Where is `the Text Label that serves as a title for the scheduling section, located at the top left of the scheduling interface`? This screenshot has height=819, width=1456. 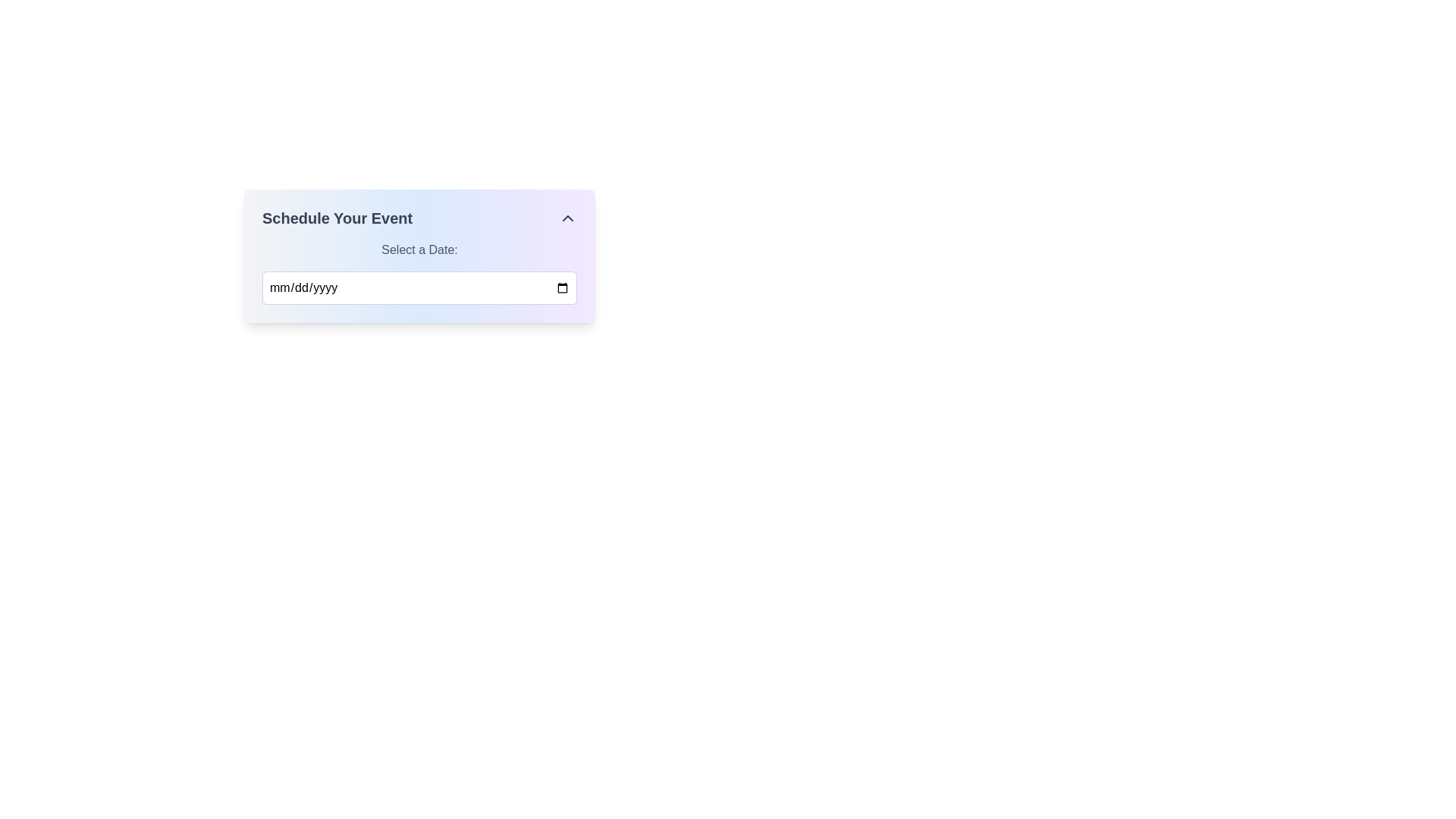 the Text Label that serves as a title for the scheduling section, located at the top left of the scheduling interface is located at coordinates (337, 218).